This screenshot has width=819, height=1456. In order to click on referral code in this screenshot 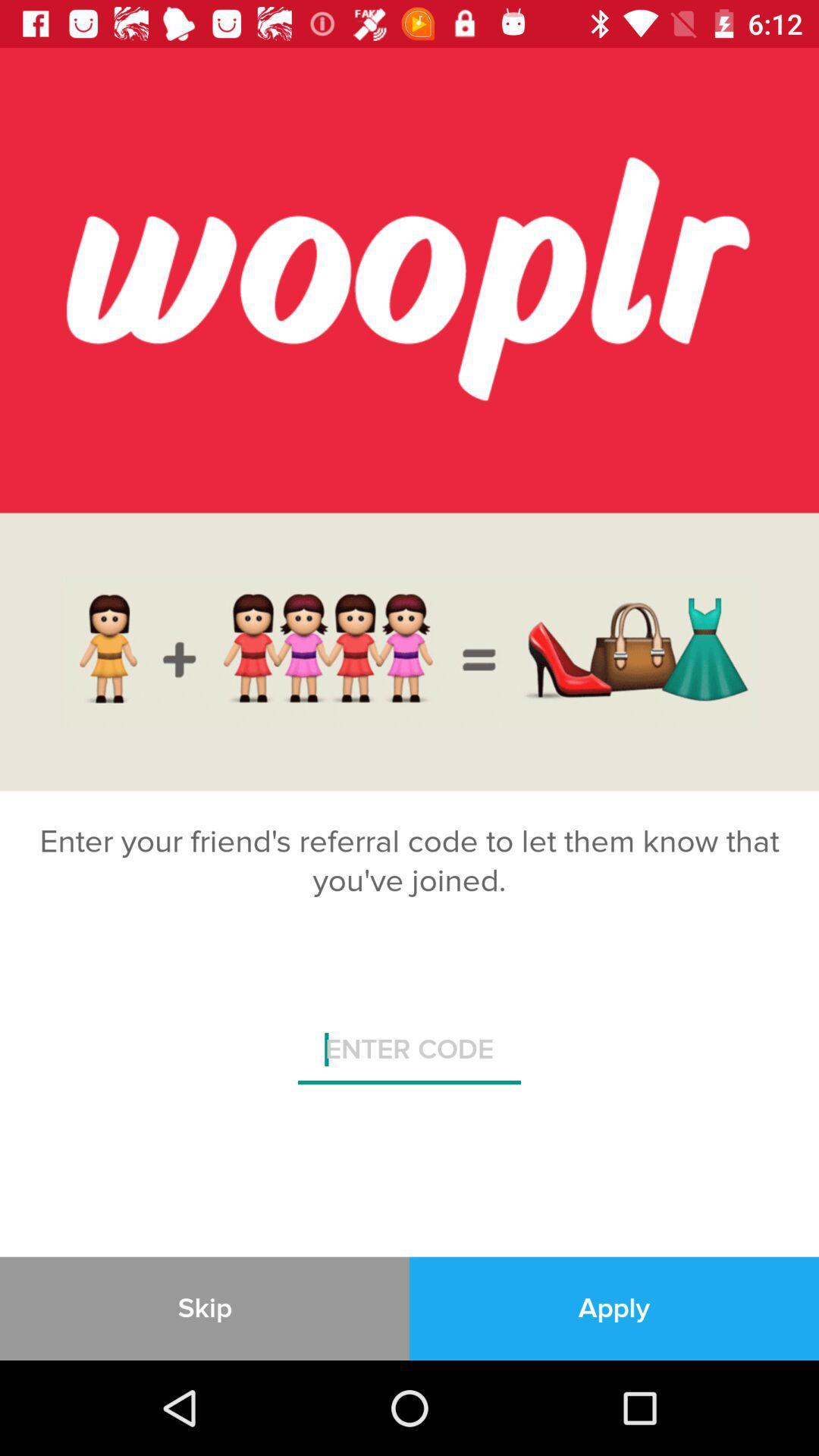, I will do `click(409, 1055)`.